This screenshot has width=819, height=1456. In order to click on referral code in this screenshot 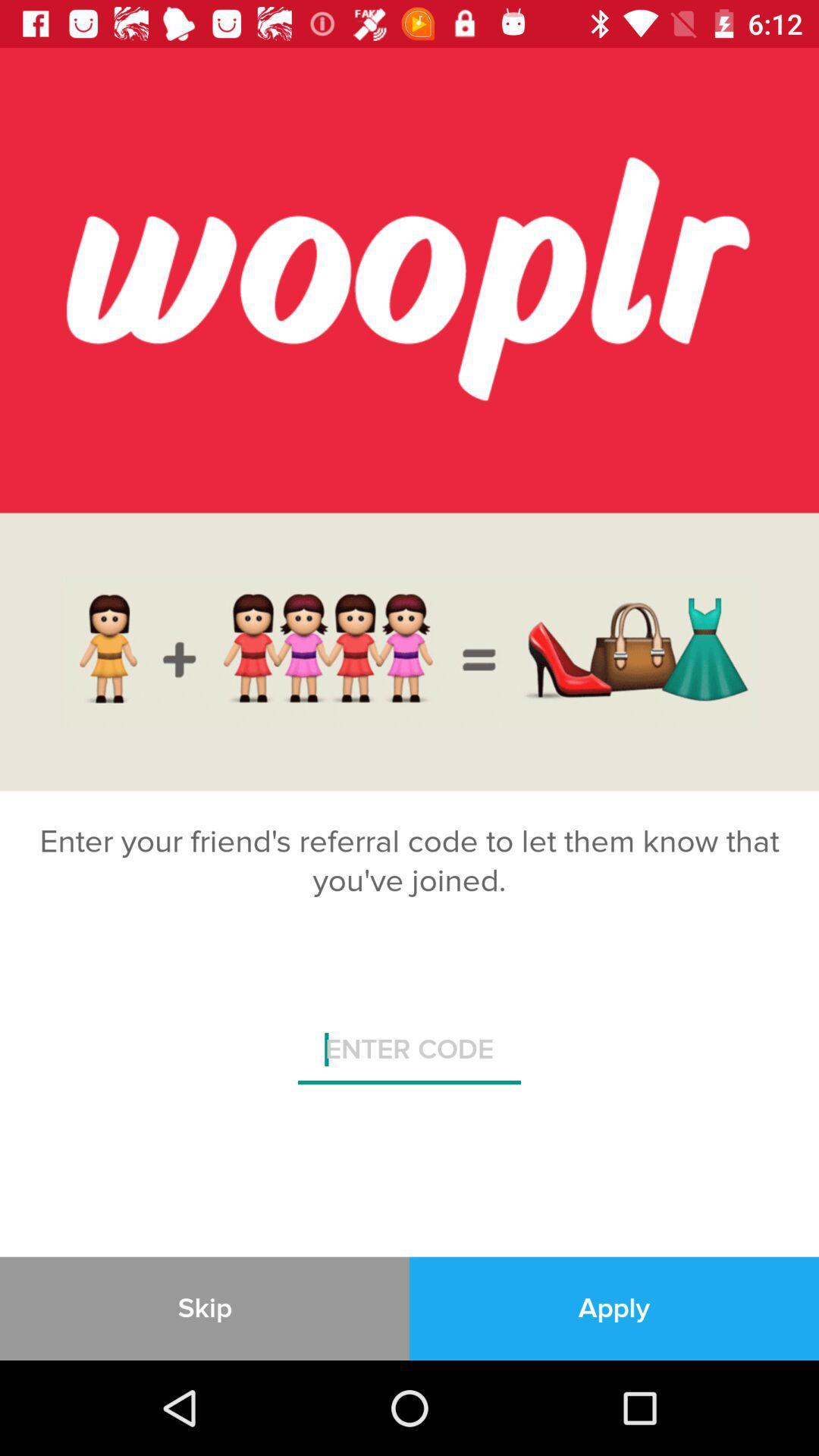, I will do `click(409, 1055)`.